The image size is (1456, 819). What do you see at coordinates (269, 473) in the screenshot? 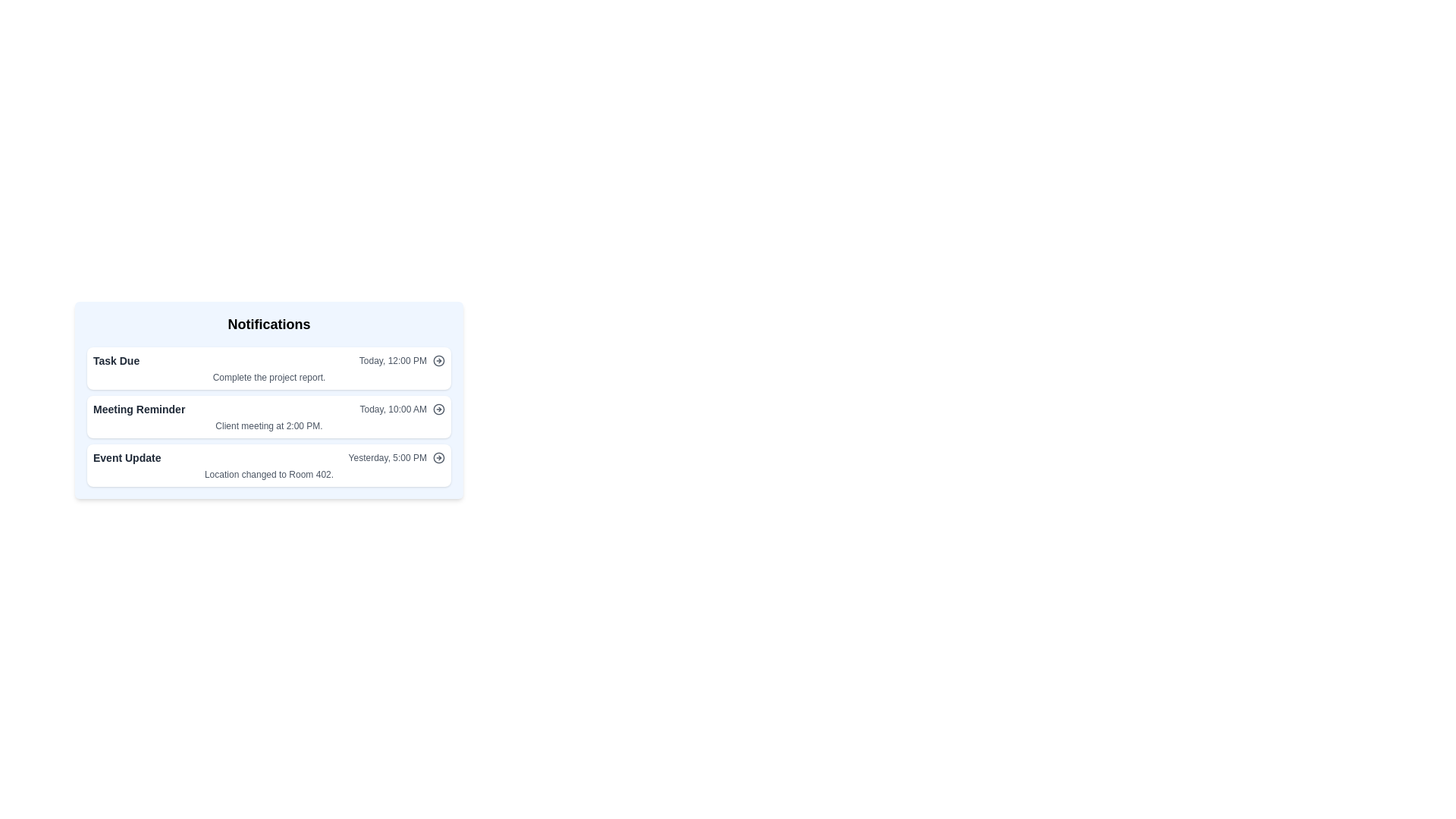
I see `the Text Label that displays additional information about the notification regarding a location change, located in the bottom notification card under the 'Notifications' section for 'Event Update'` at bounding box center [269, 473].